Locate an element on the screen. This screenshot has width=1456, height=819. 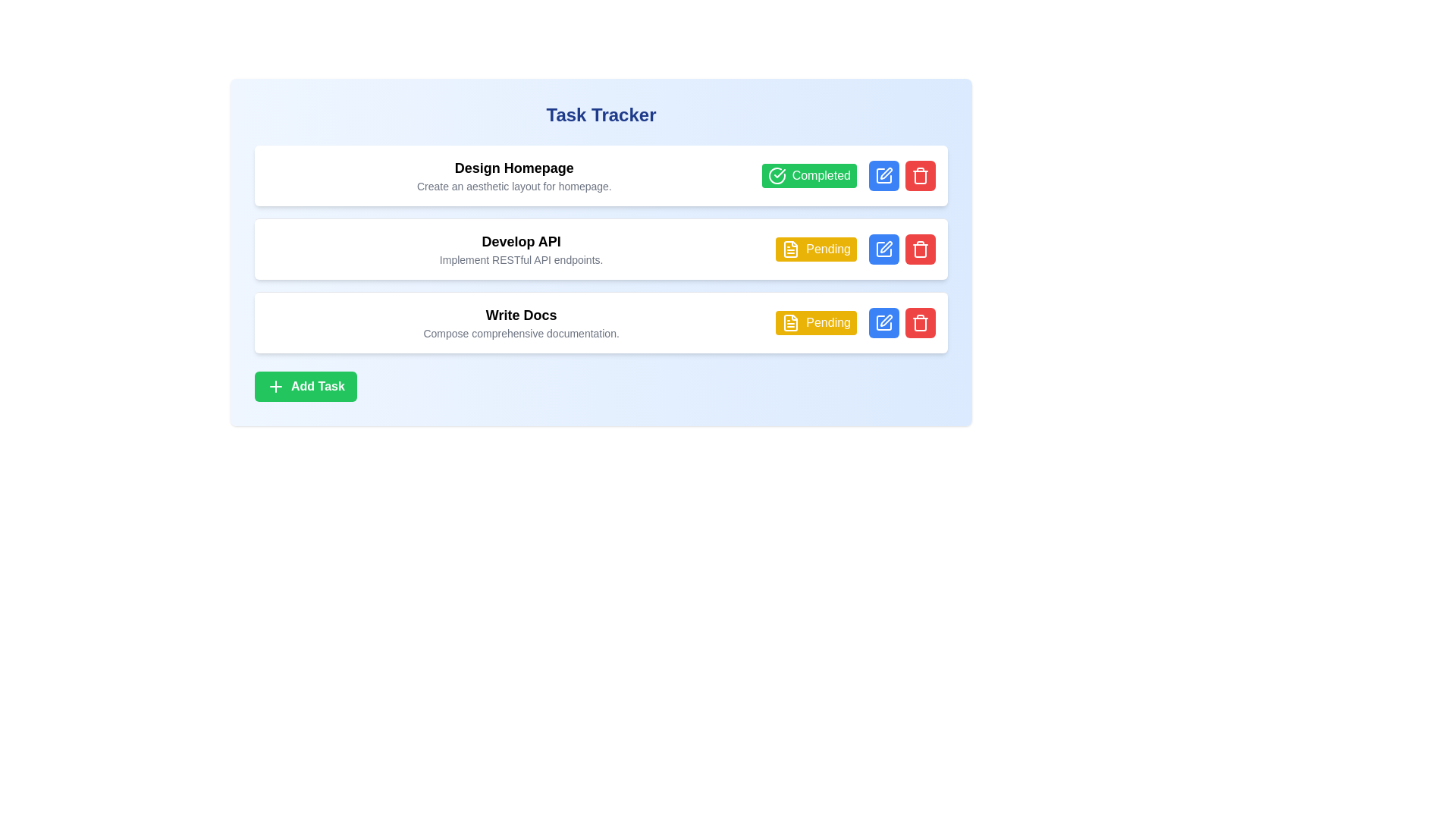
the document icon with a yellow background representing 'Pending' status in the 'Develop API' row of the task list is located at coordinates (790, 248).